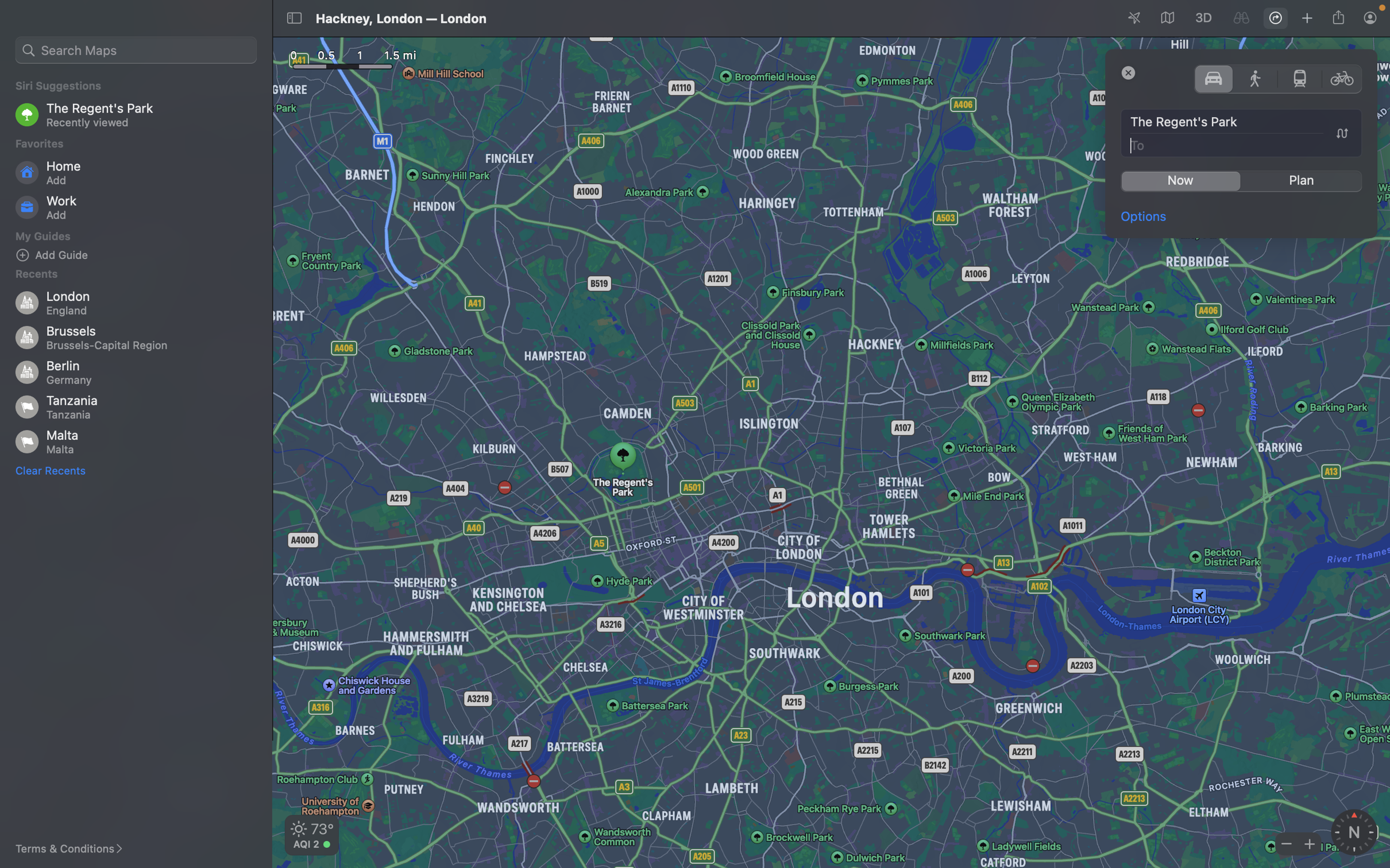 This screenshot has height=868, width=1390. What do you see at coordinates (1242, 144) in the screenshot?
I see `the "destination" bar and type in Paris, then press enter` at bounding box center [1242, 144].